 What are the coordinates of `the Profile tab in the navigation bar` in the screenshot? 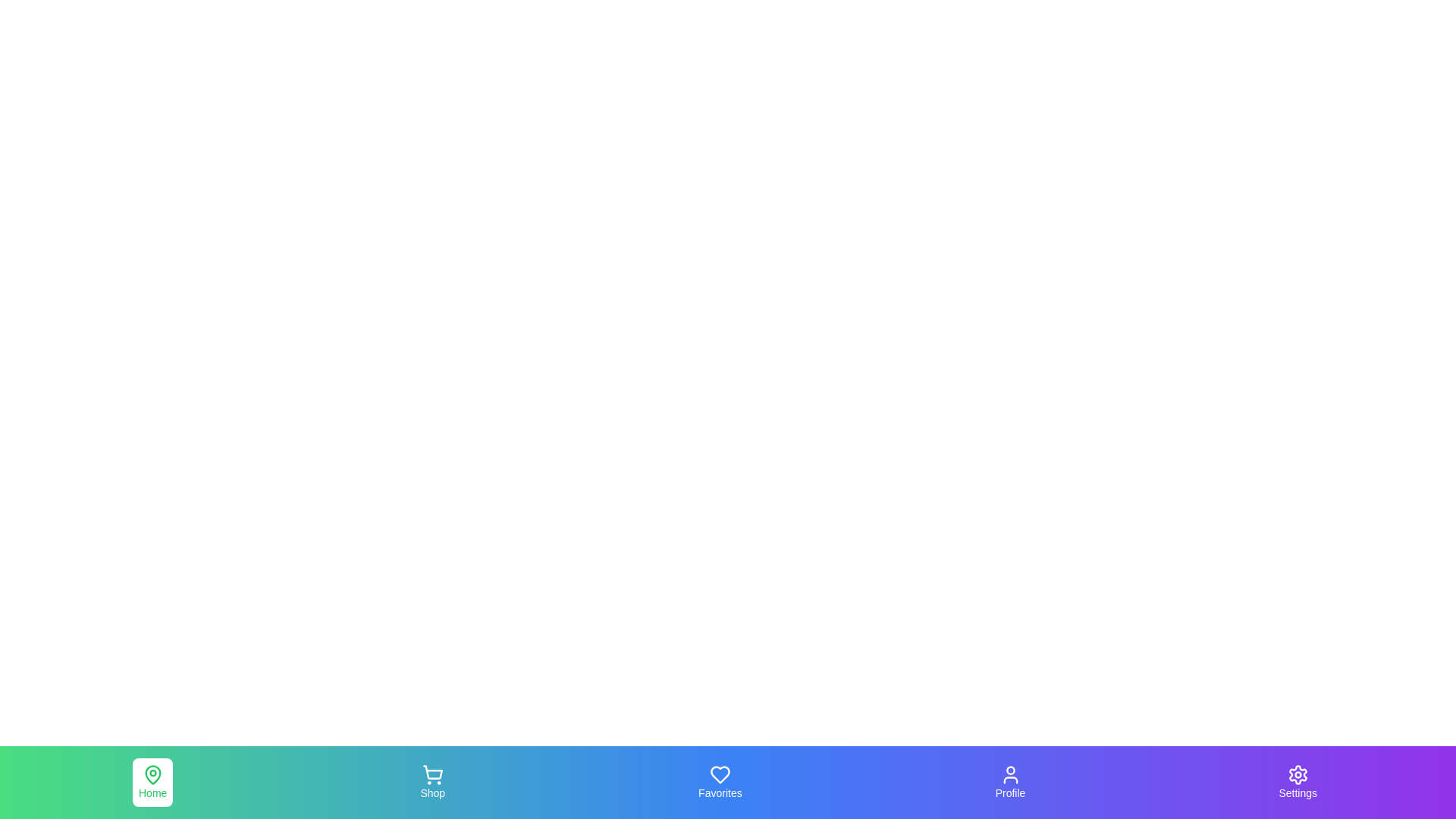 It's located at (1010, 783).